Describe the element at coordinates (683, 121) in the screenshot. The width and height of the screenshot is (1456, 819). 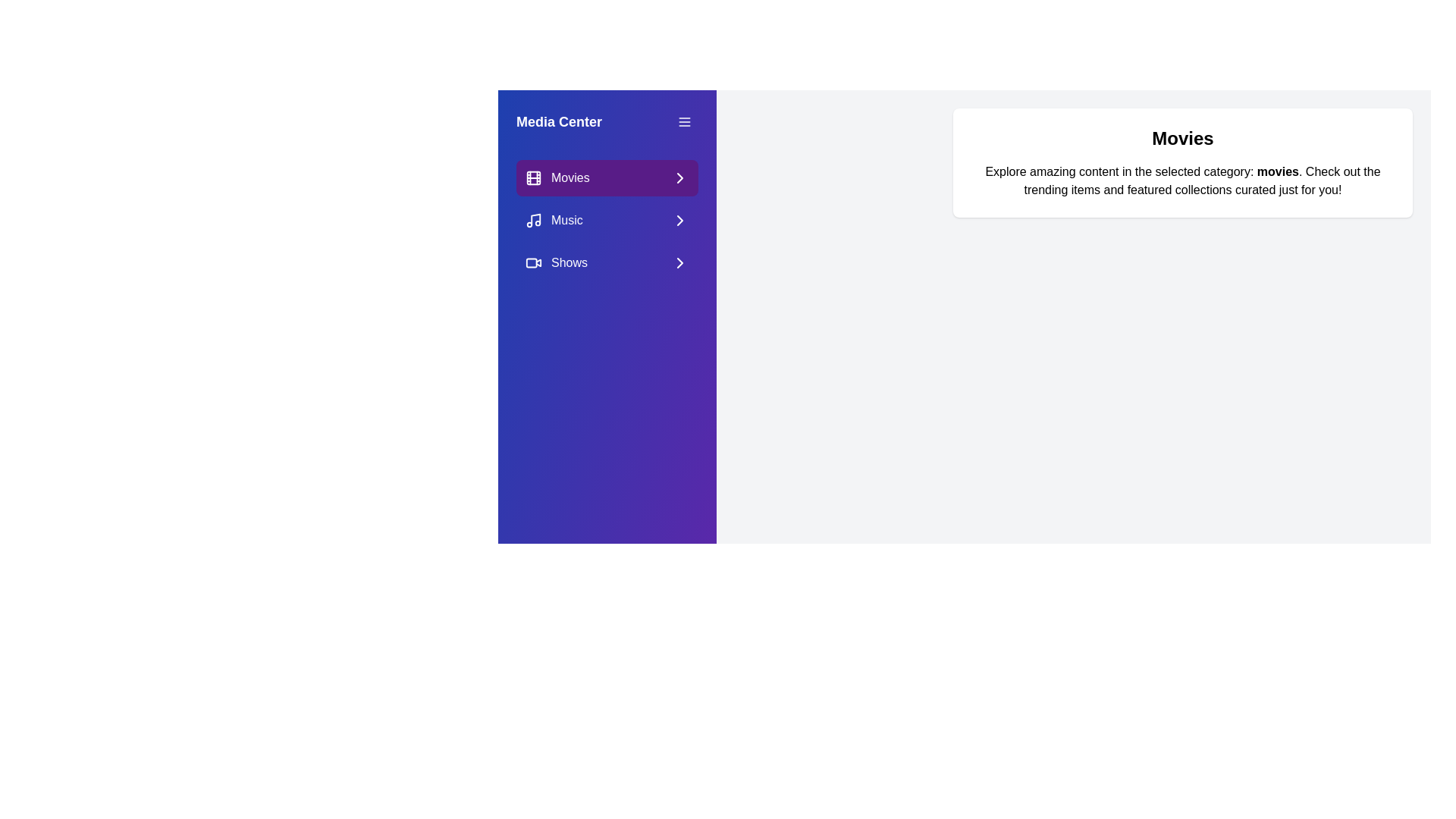
I see `the rounded button located at the top-right corner of the blue sidebar labeled 'Media Center'` at that location.